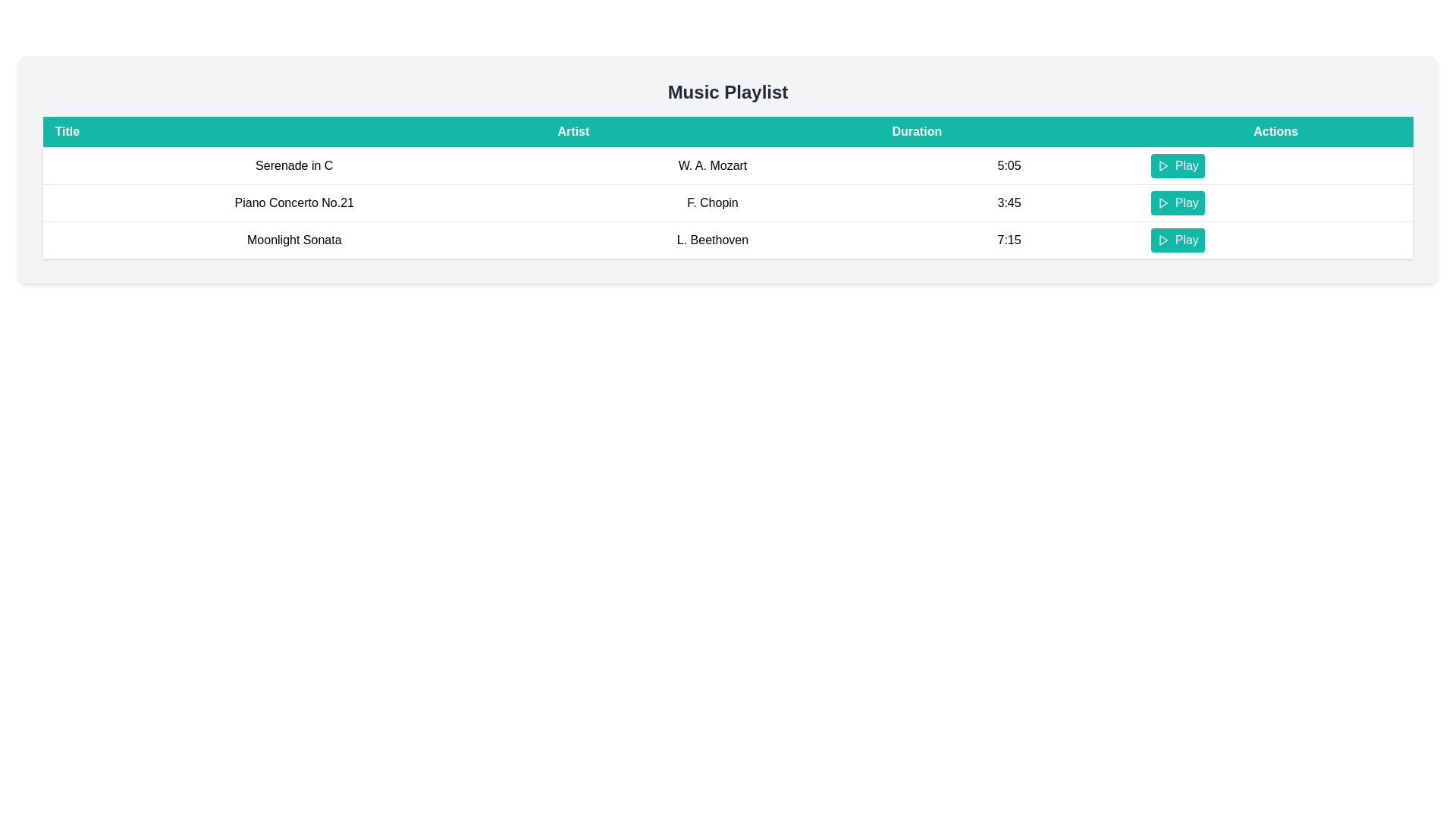 This screenshot has width=1456, height=819. I want to click on the text label indicating the artist of the musical piece 'Moonlight Sonata' in the third row of the music playlist table, so click(712, 239).